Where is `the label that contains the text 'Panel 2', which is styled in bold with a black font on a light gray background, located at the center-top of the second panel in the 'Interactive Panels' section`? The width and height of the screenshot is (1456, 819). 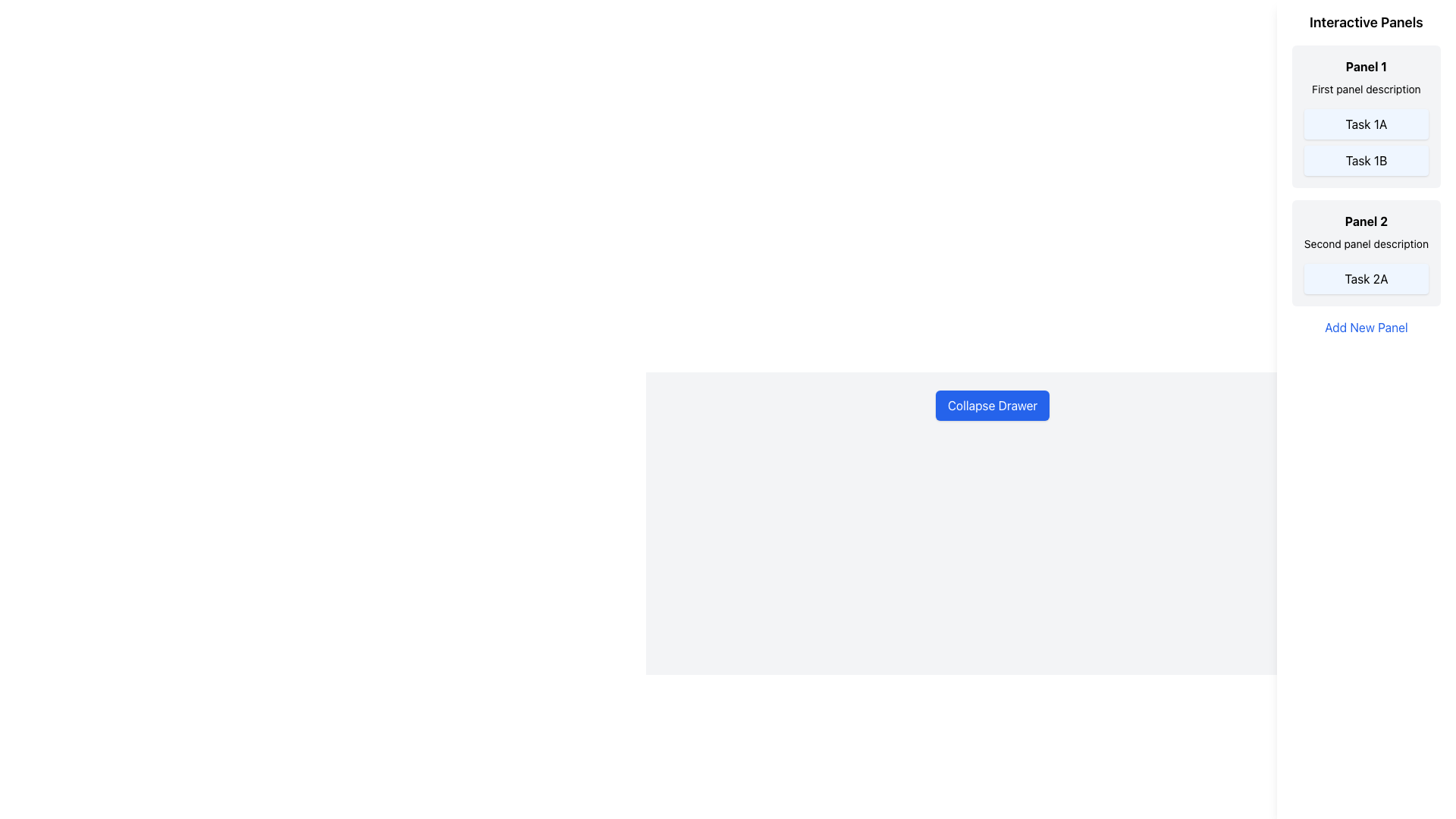 the label that contains the text 'Panel 2', which is styled in bold with a black font on a light gray background, located at the center-top of the second panel in the 'Interactive Panels' section is located at coordinates (1366, 221).